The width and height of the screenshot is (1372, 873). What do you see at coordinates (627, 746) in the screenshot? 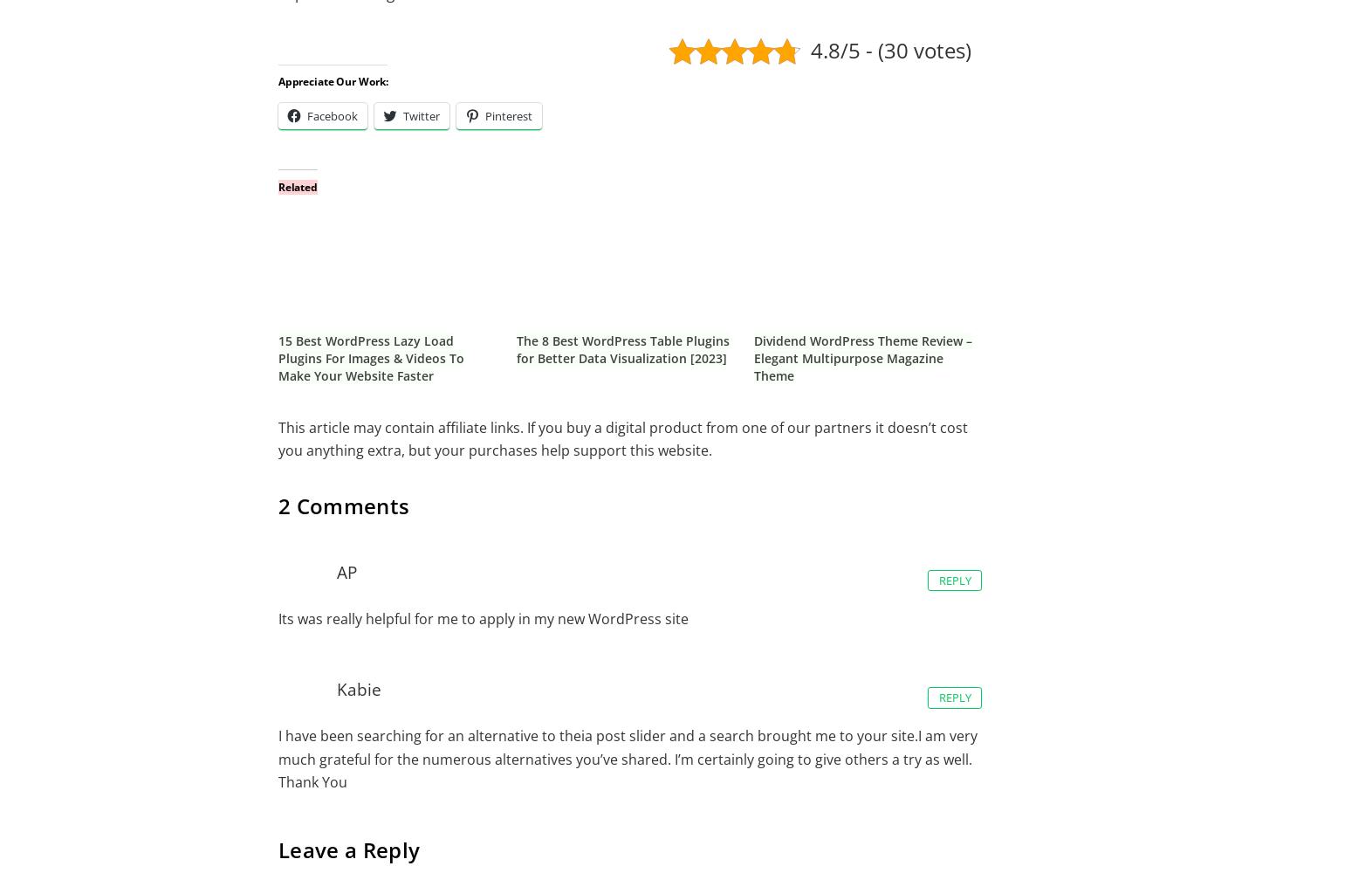
I see `'I have been searching for an alternative to theia post slider and a search brought me to your site.I am very much grateful for the numerous alternatives you’ve shared. I’m certainly going to give others a try as well.'` at bounding box center [627, 746].